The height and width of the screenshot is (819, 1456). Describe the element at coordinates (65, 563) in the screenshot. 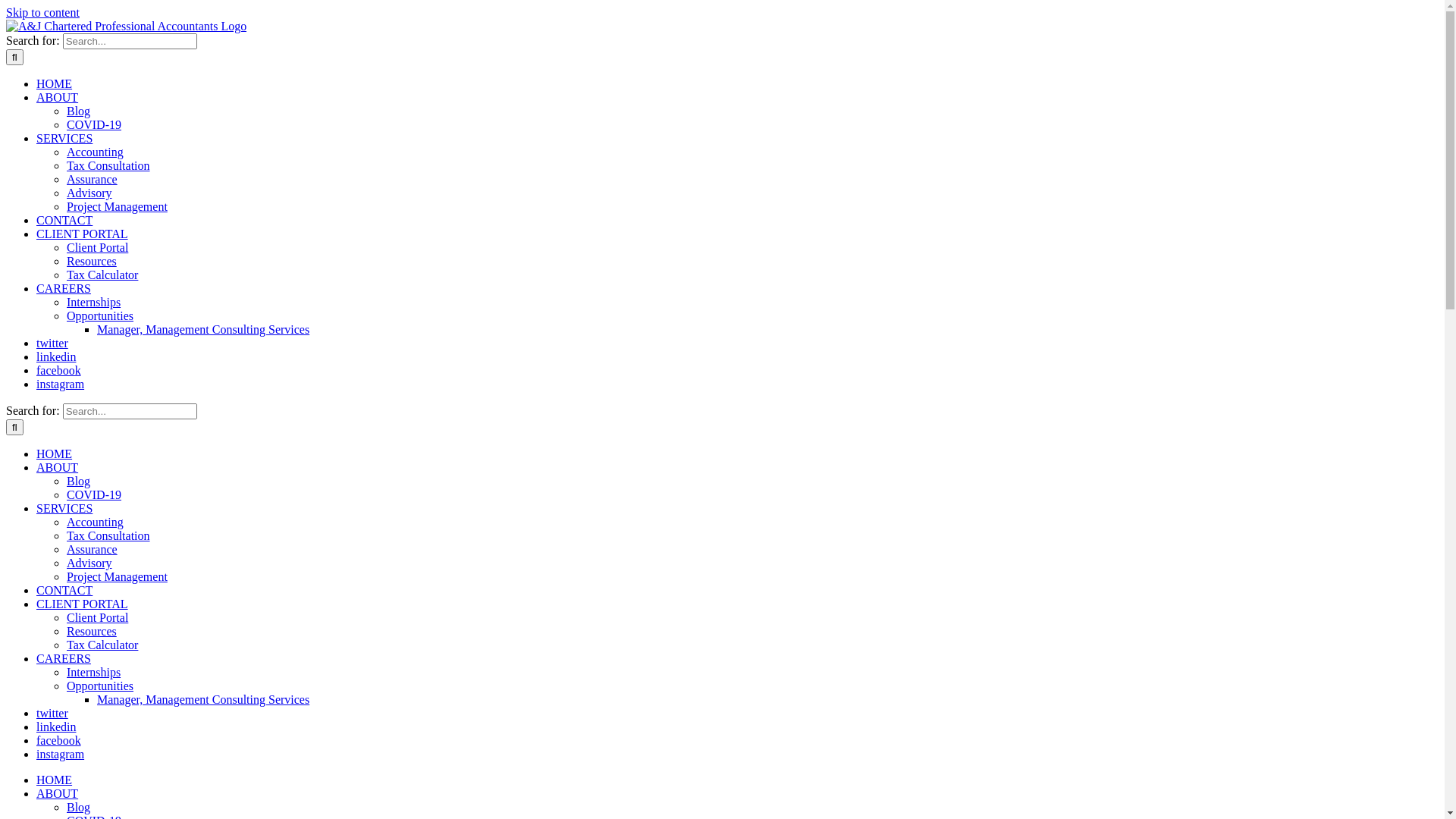

I see `'Advisory'` at that location.